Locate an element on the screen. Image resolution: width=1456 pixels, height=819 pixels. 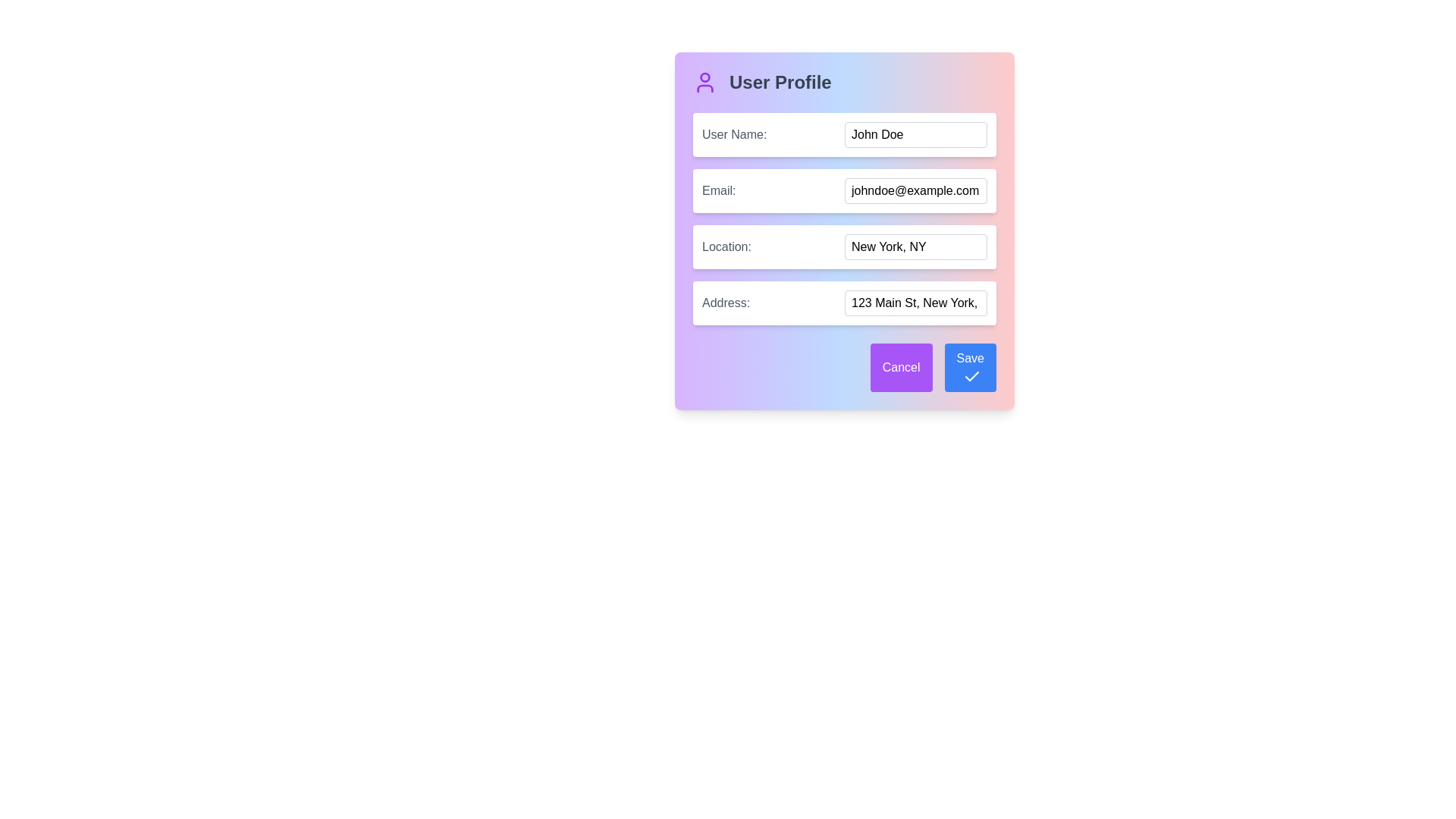
Text label that provides context for the associated input field labeled 'New York, NY' in the user profile editing panel is located at coordinates (726, 246).